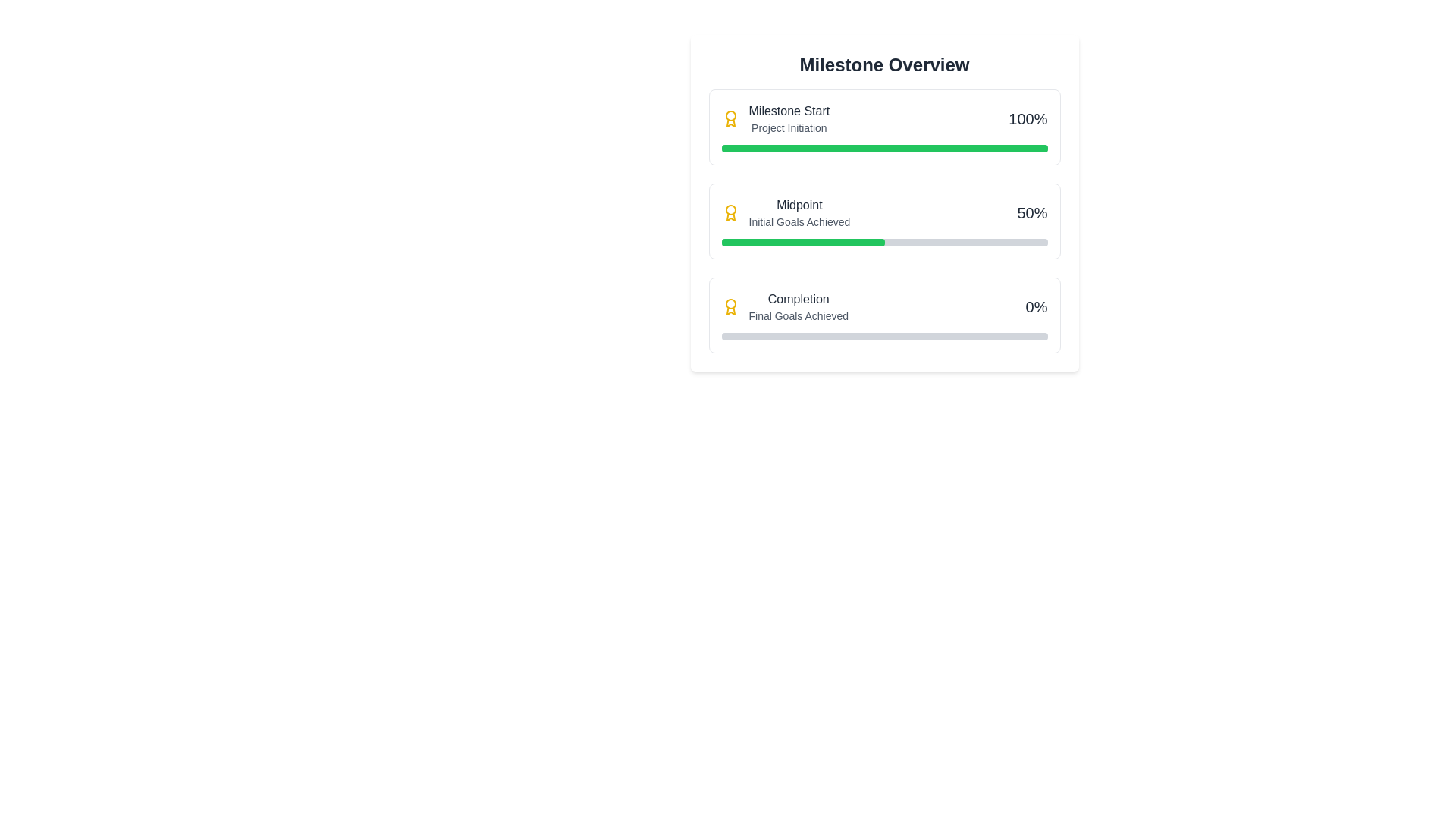  What do you see at coordinates (799, 205) in the screenshot?
I see `the static text label that identifies the current milestone point in a series of steps` at bounding box center [799, 205].